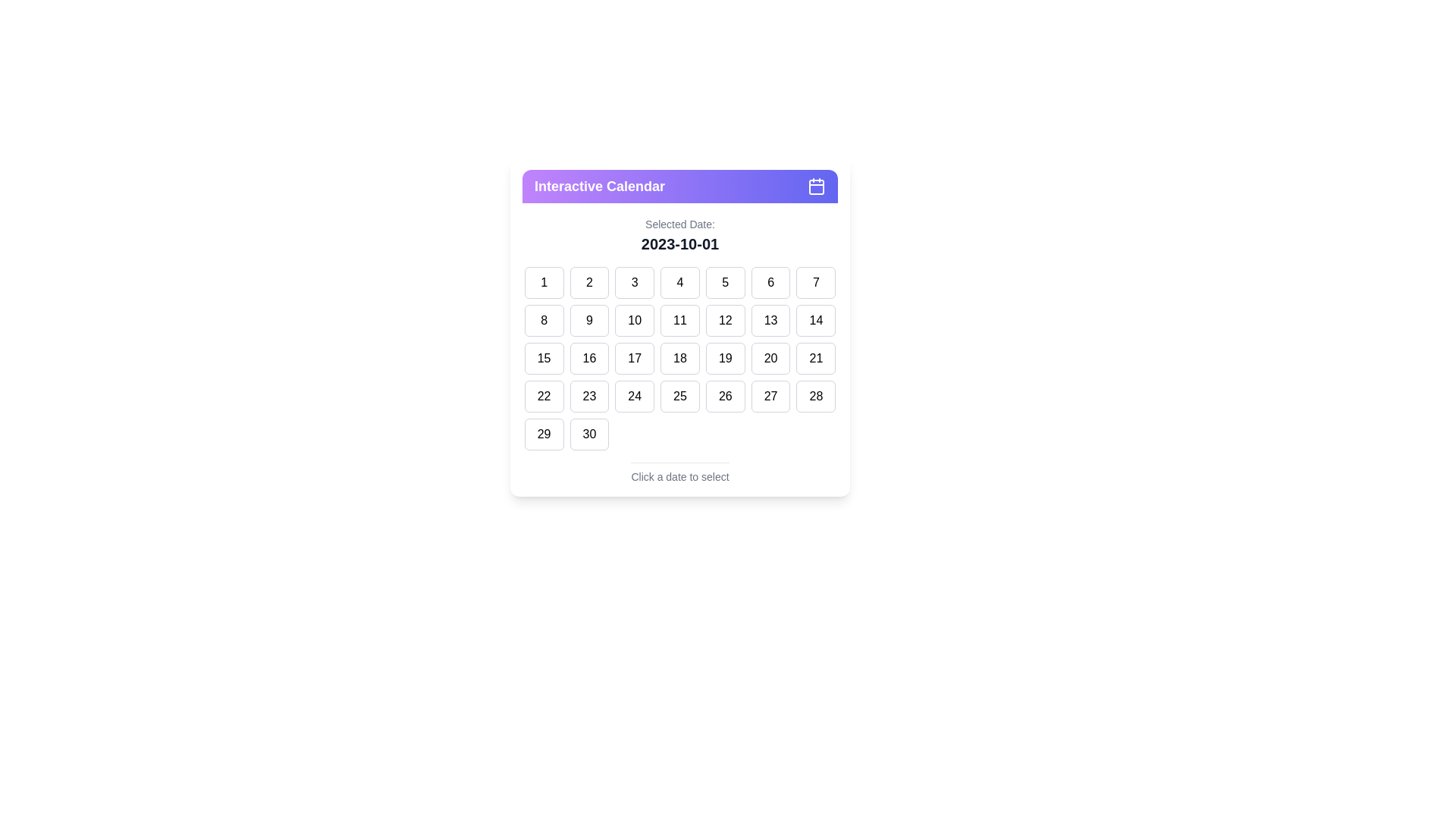 This screenshot has width=1456, height=819. What do you see at coordinates (679, 326) in the screenshot?
I see `a date in the Interactive calendar grid displaying the days of October 2023` at bounding box center [679, 326].